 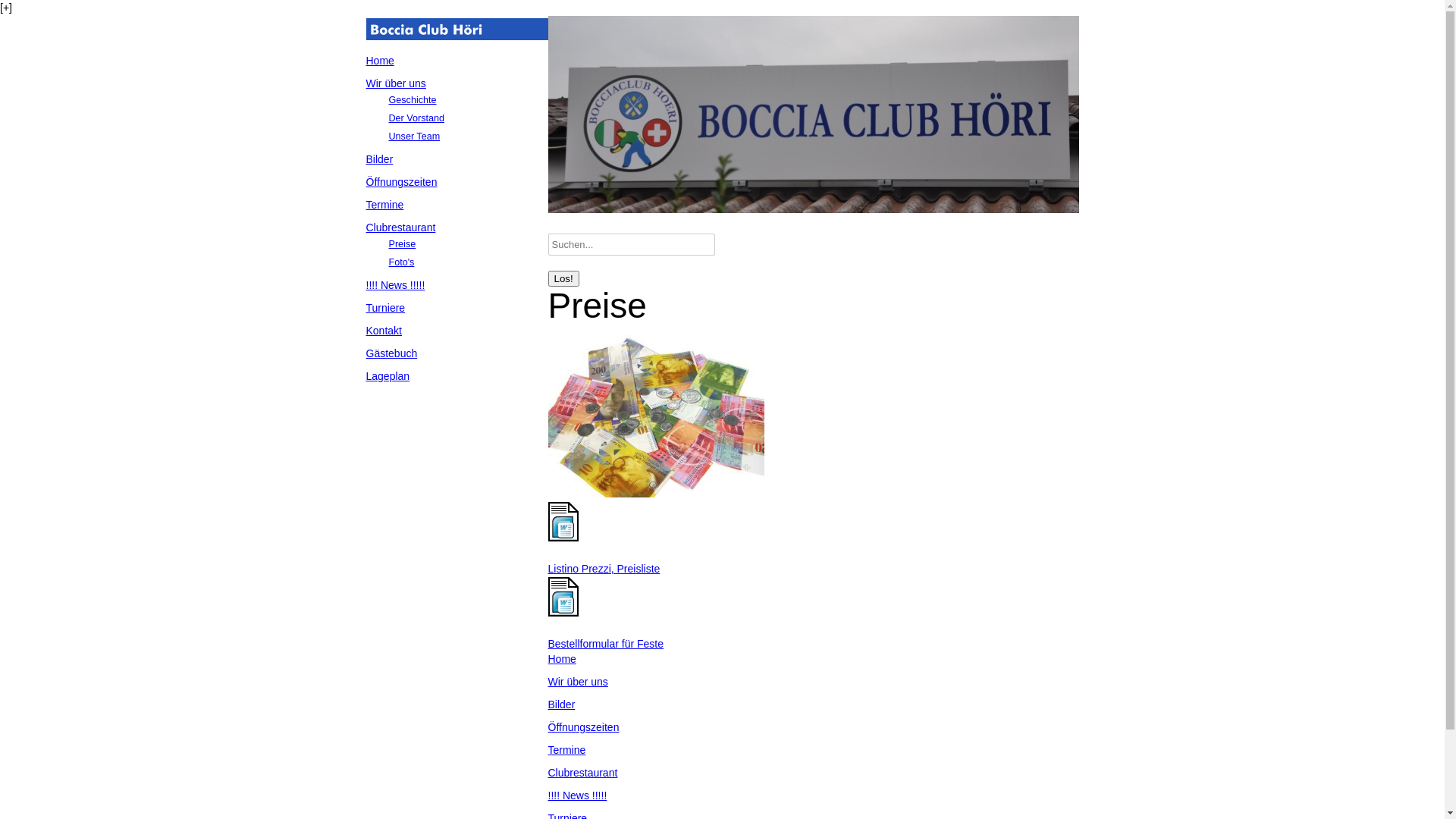 What do you see at coordinates (412, 99) in the screenshot?
I see `'Geschichte'` at bounding box center [412, 99].